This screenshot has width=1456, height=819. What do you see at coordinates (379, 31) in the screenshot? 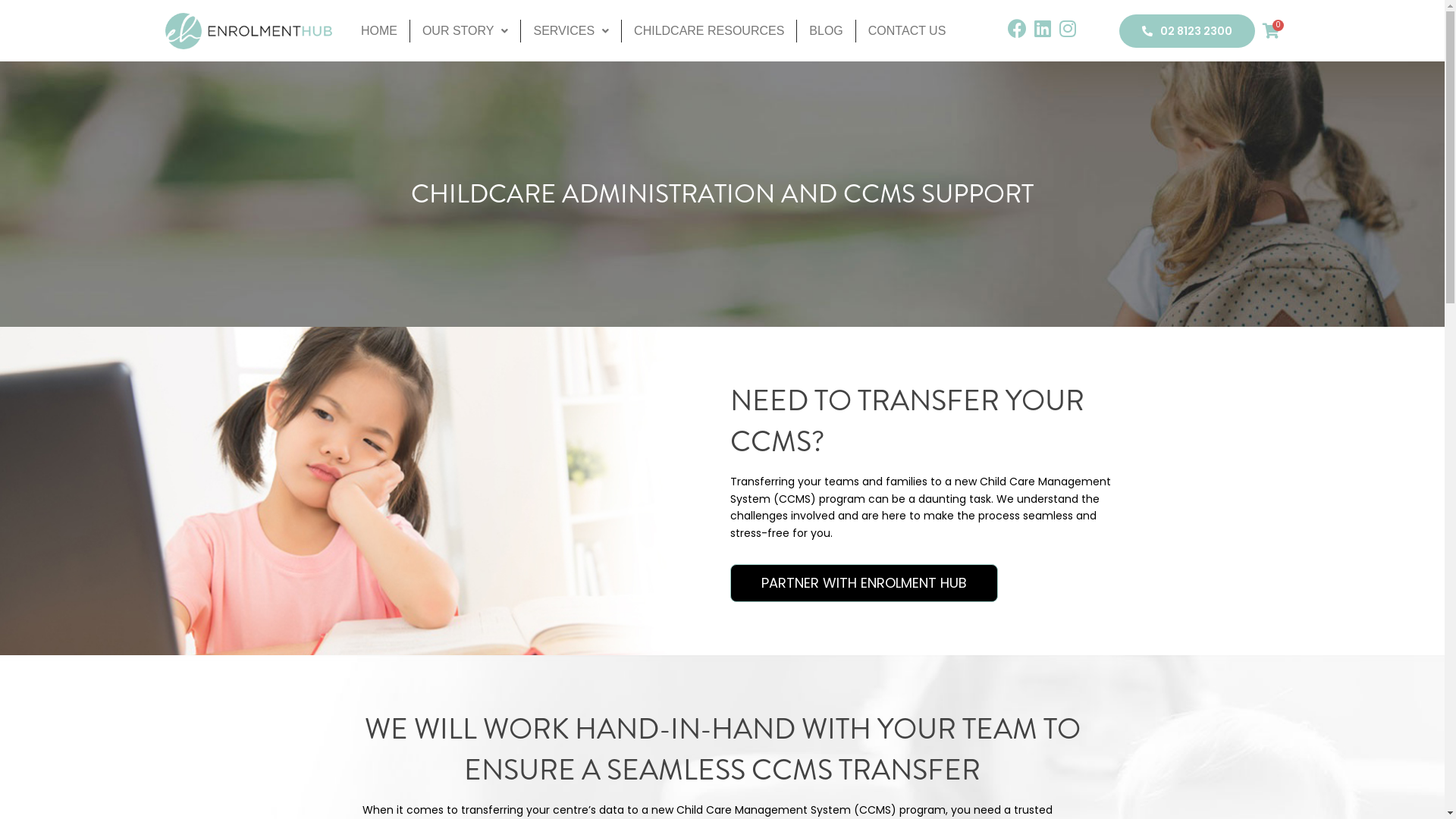
I see `'HOME'` at bounding box center [379, 31].